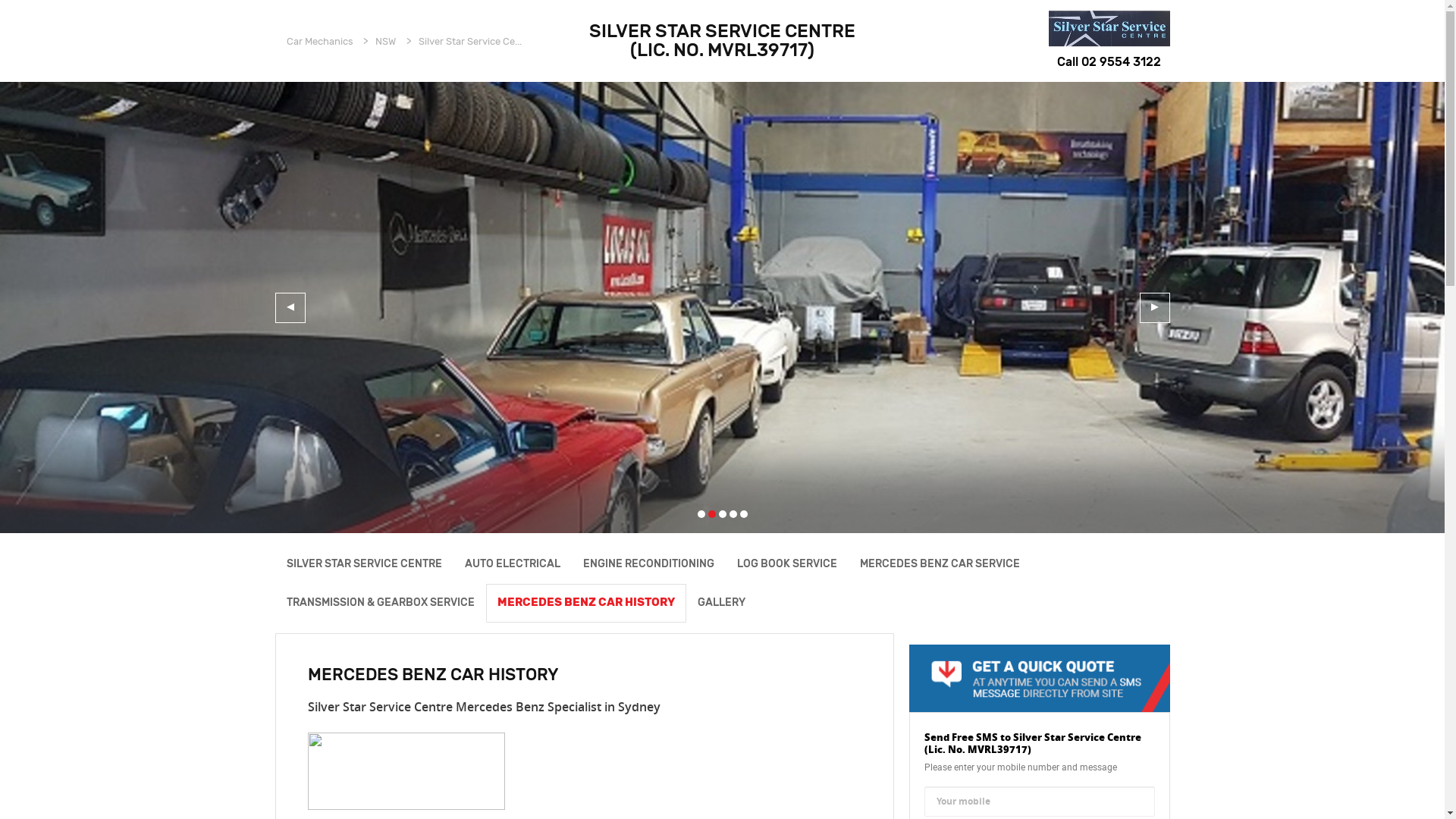 The height and width of the screenshot is (819, 1456). Describe the element at coordinates (319, 40) in the screenshot. I see `'Car Mechanics'` at that location.